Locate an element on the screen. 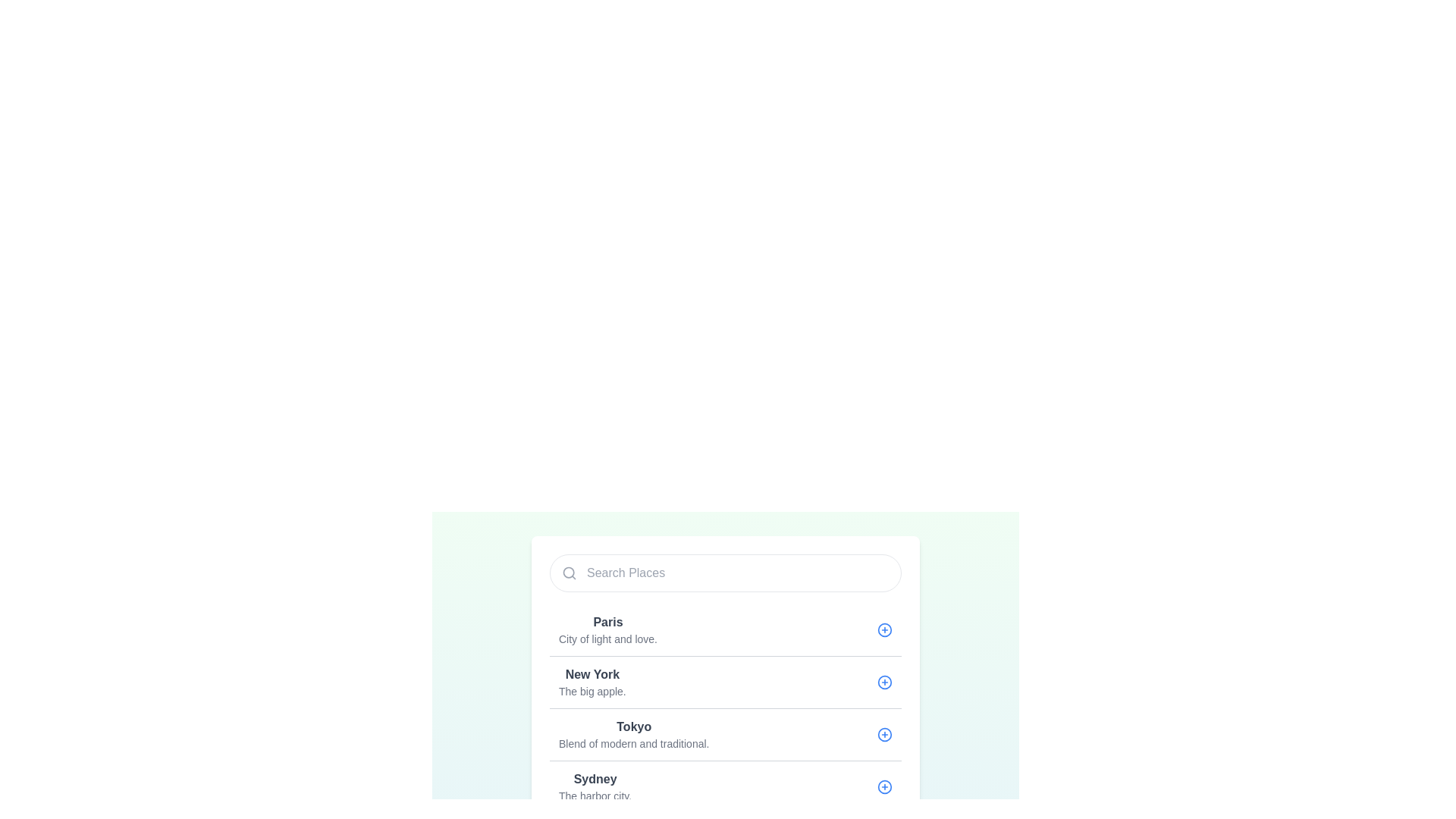 The height and width of the screenshot is (819, 1456). textual content of the Text Label displaying 'The harbor city.' located below the heading 'Sydney' in the 'Places' section is located at coordinates (595, 795).